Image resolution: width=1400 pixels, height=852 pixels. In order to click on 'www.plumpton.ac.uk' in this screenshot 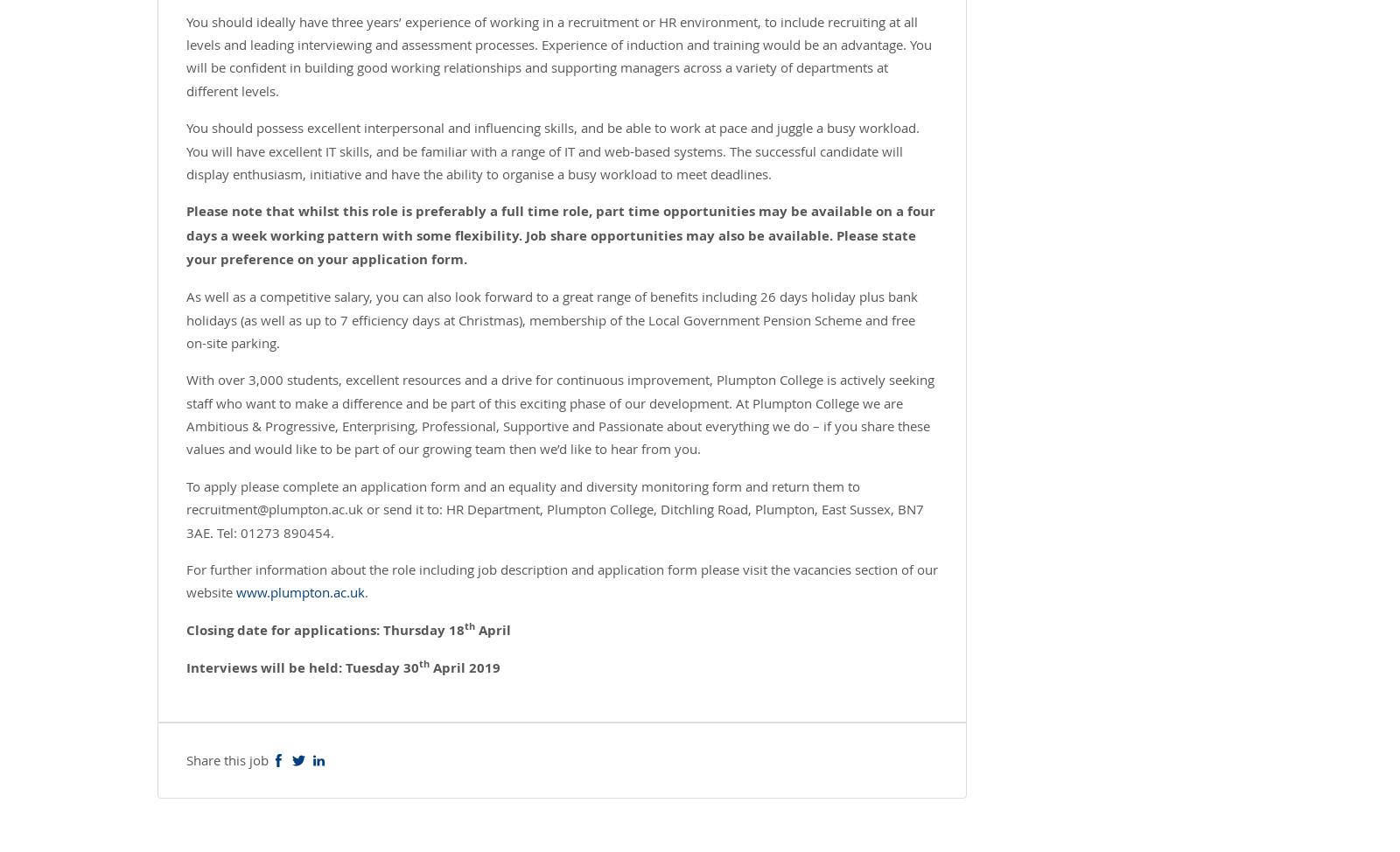, I will do `click(300, 592)`.